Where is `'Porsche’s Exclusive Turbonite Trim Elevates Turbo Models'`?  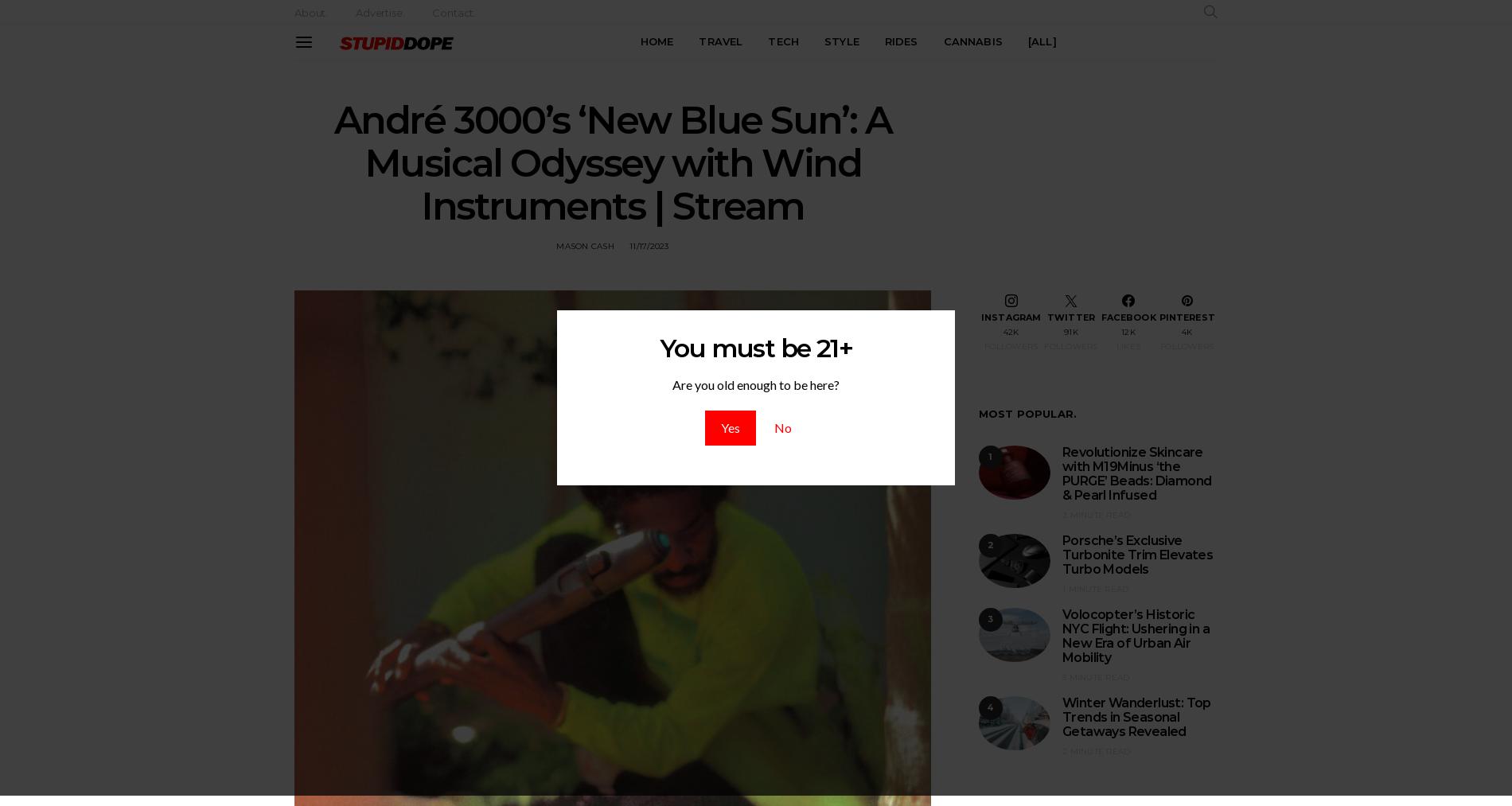 'Porsche’s Exclusive Turbonite Trim Elevates Turbo Models' is located at coordinates (1137, 554).